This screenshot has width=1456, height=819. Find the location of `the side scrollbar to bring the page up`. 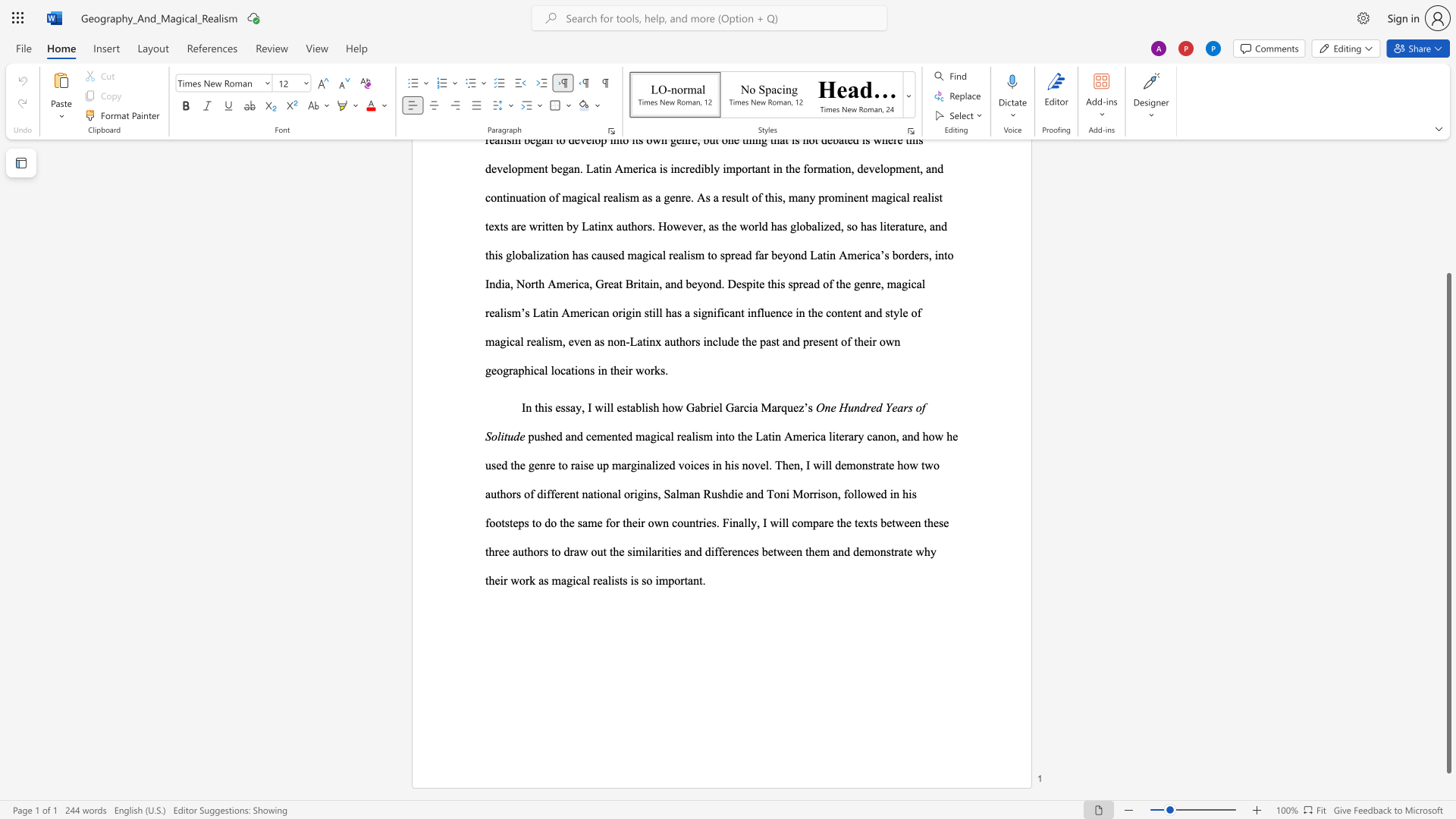

the side scrollbar to bring the page up is located at coordinates (1448, 174).